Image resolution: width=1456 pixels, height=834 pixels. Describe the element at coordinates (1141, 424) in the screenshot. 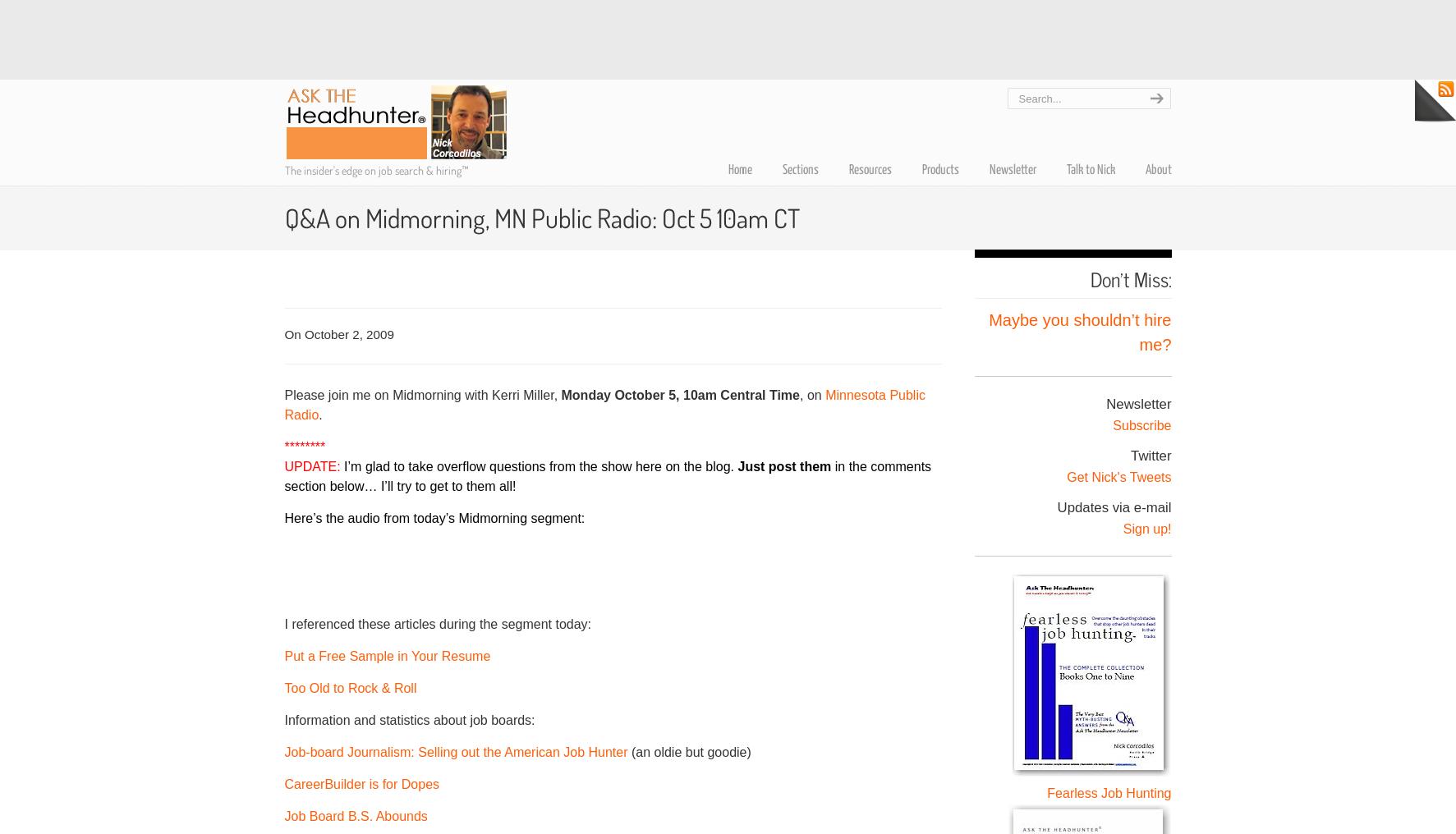

I see `'Subscribe'` at that location.